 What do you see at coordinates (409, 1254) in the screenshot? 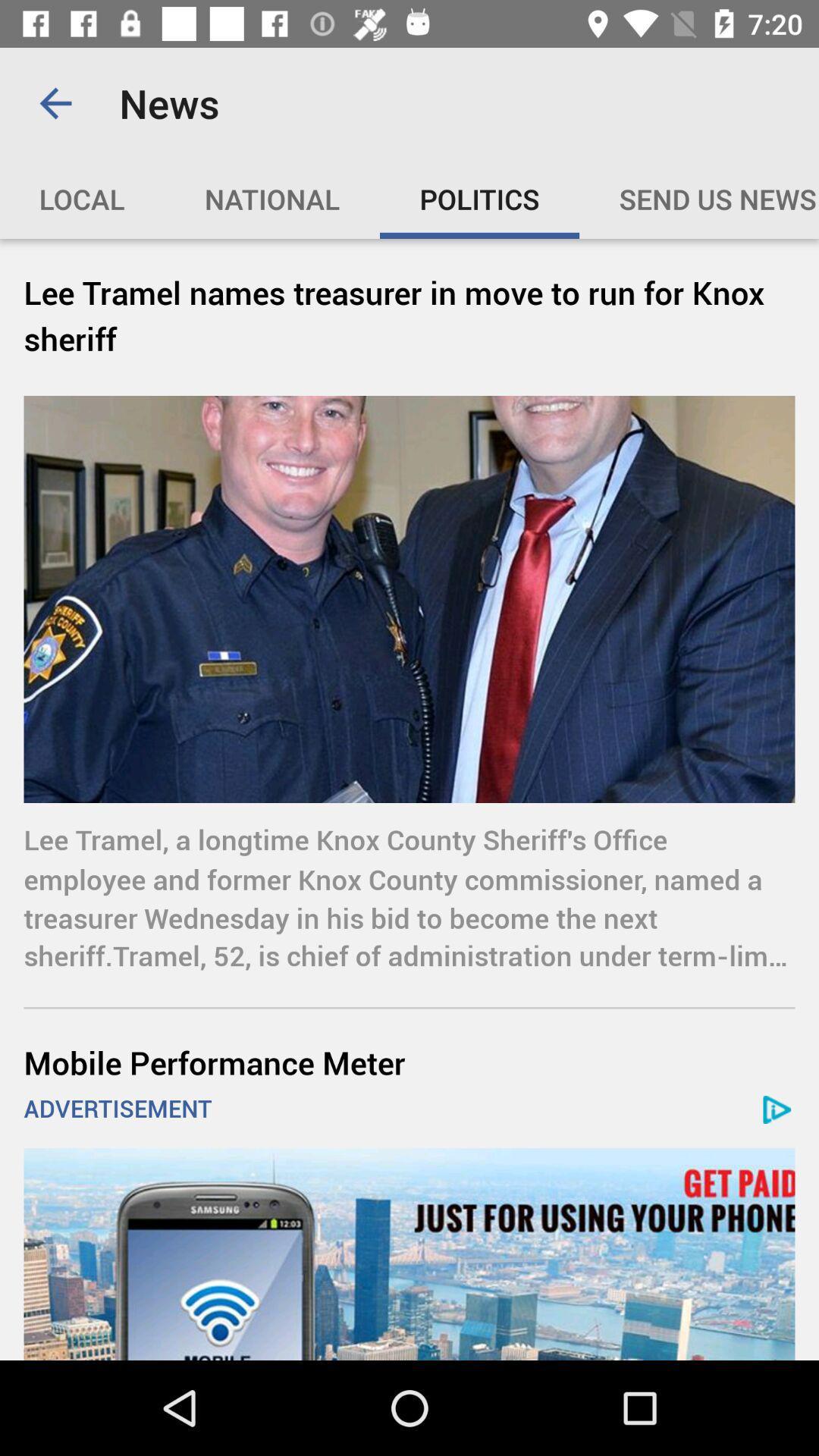
I see `advertisement` at bounding box center [409, 1254].